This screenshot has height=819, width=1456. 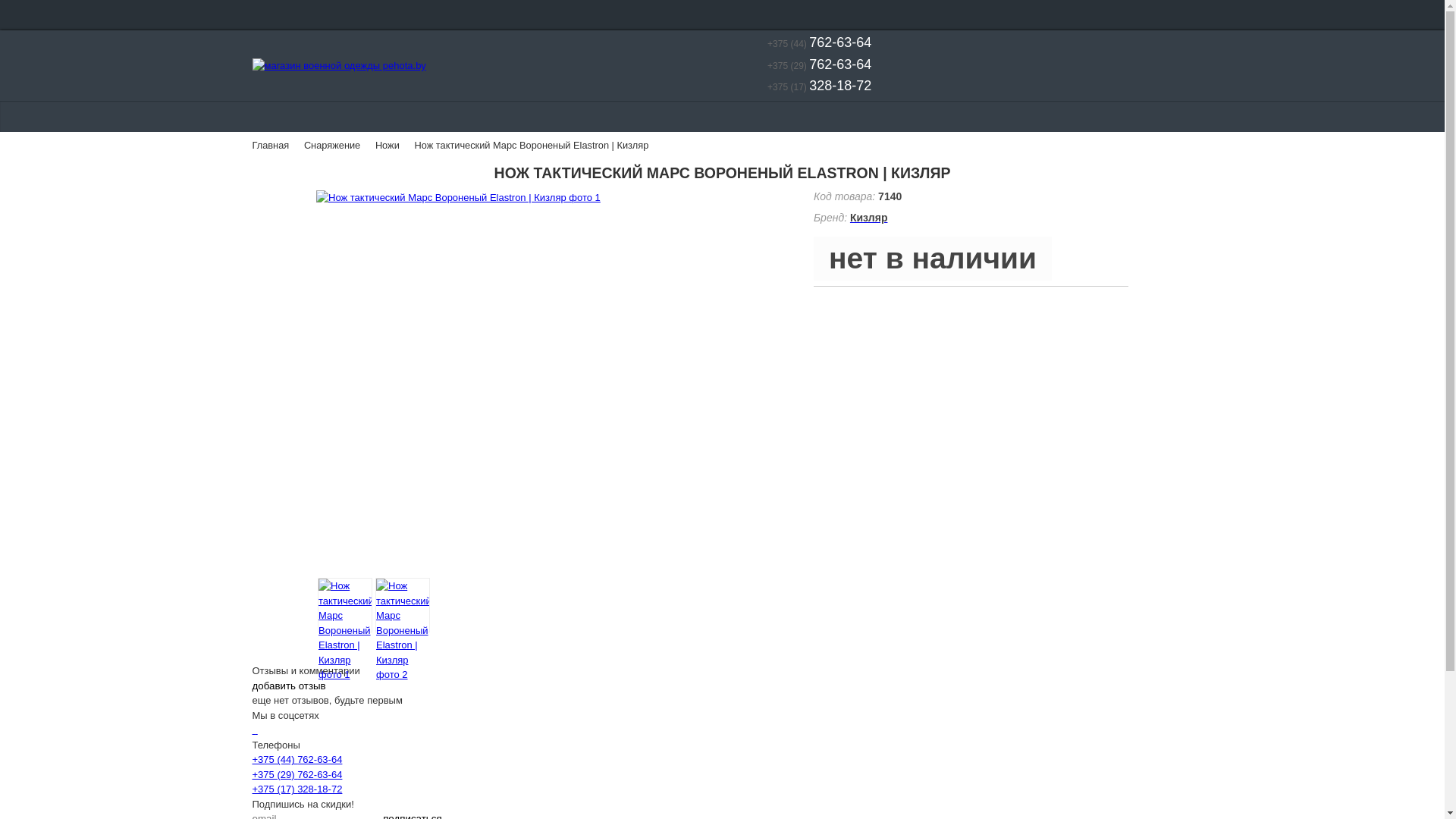 I want to click on '+375 (17) 328-18-72', so click(x=297, y=788).